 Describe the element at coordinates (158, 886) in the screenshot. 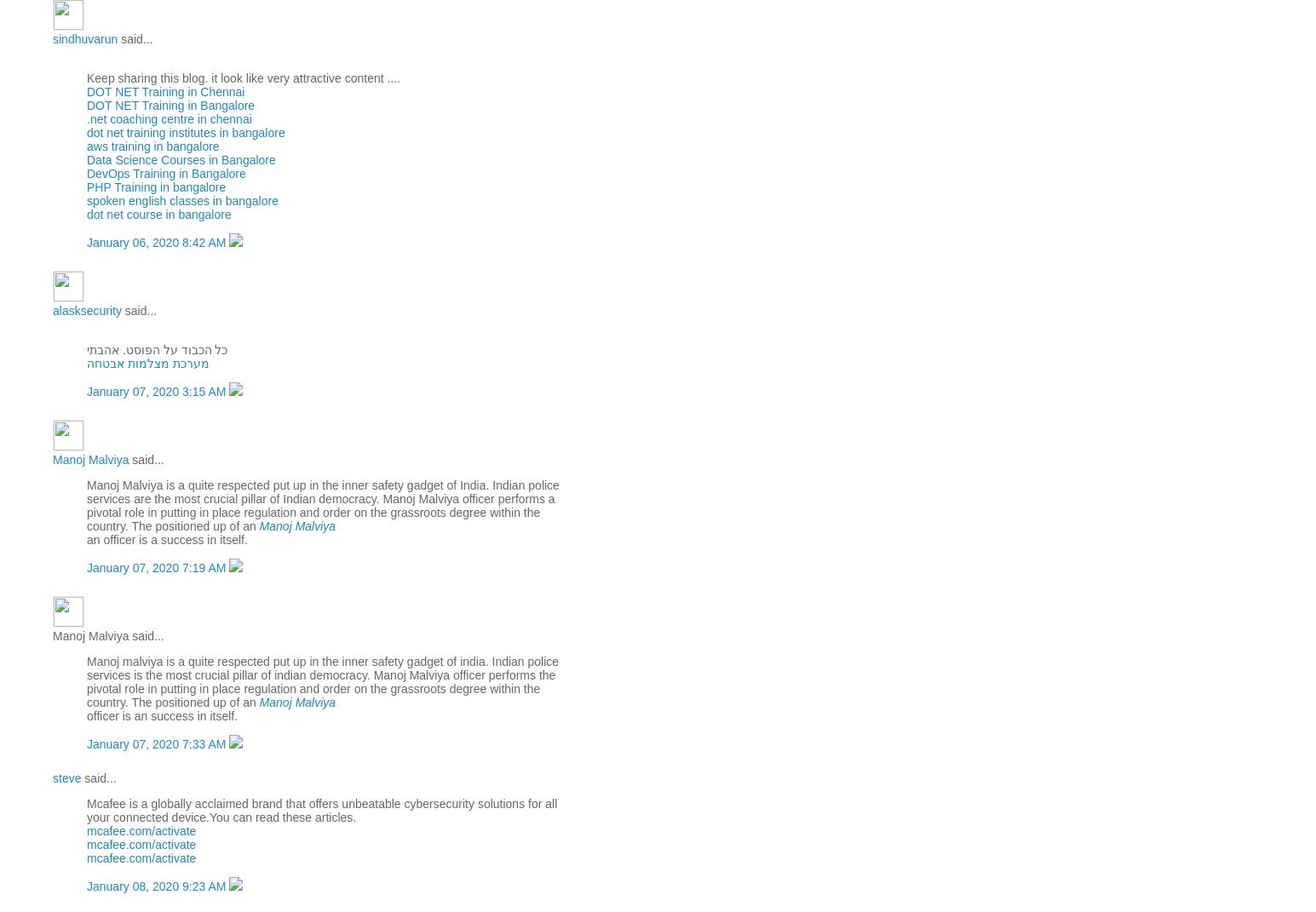

I see `'January 08, 2020 9:23 AM'` at that location.